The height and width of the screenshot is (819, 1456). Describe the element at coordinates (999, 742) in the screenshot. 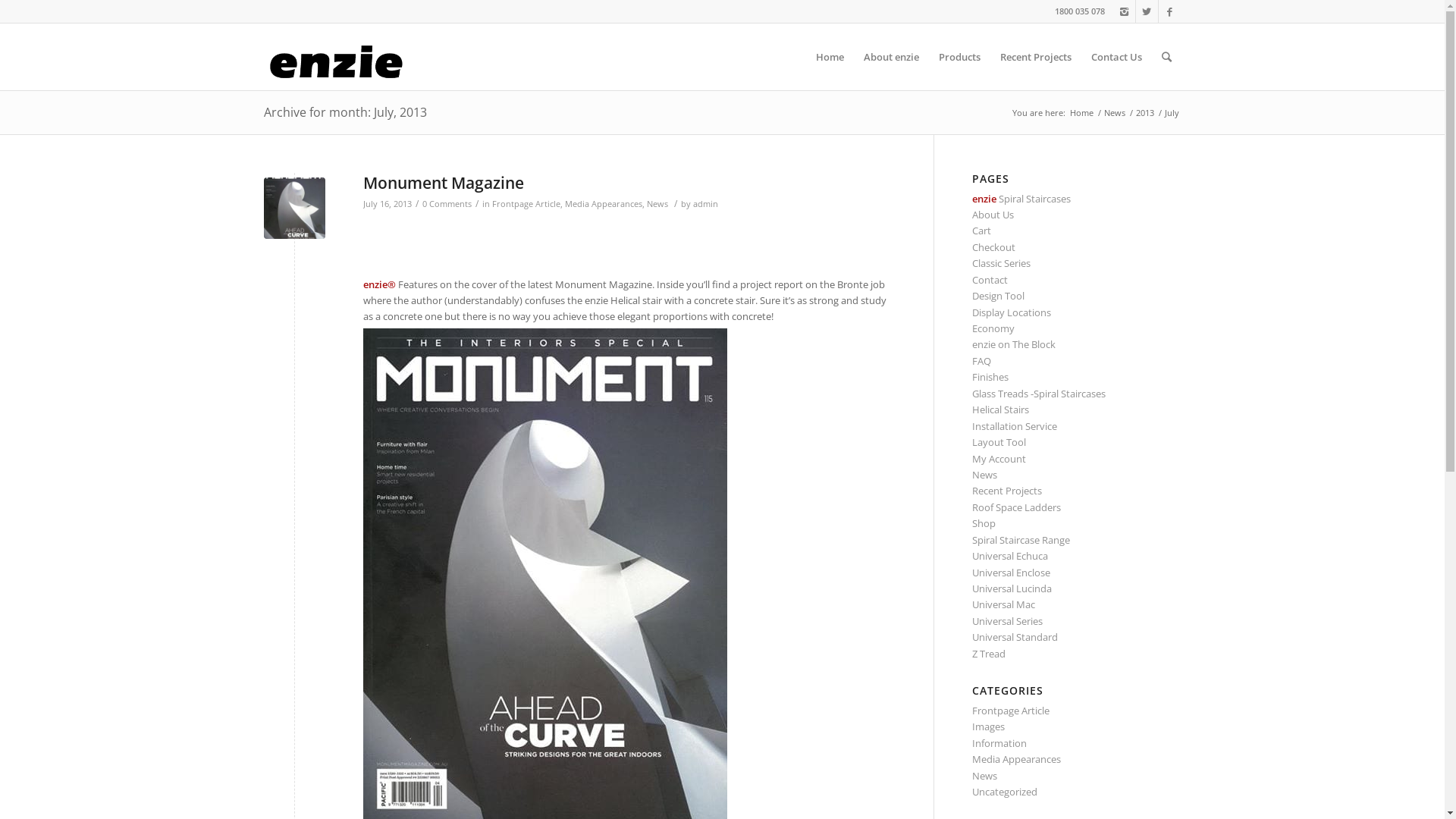

I see `'Information'` at that location.